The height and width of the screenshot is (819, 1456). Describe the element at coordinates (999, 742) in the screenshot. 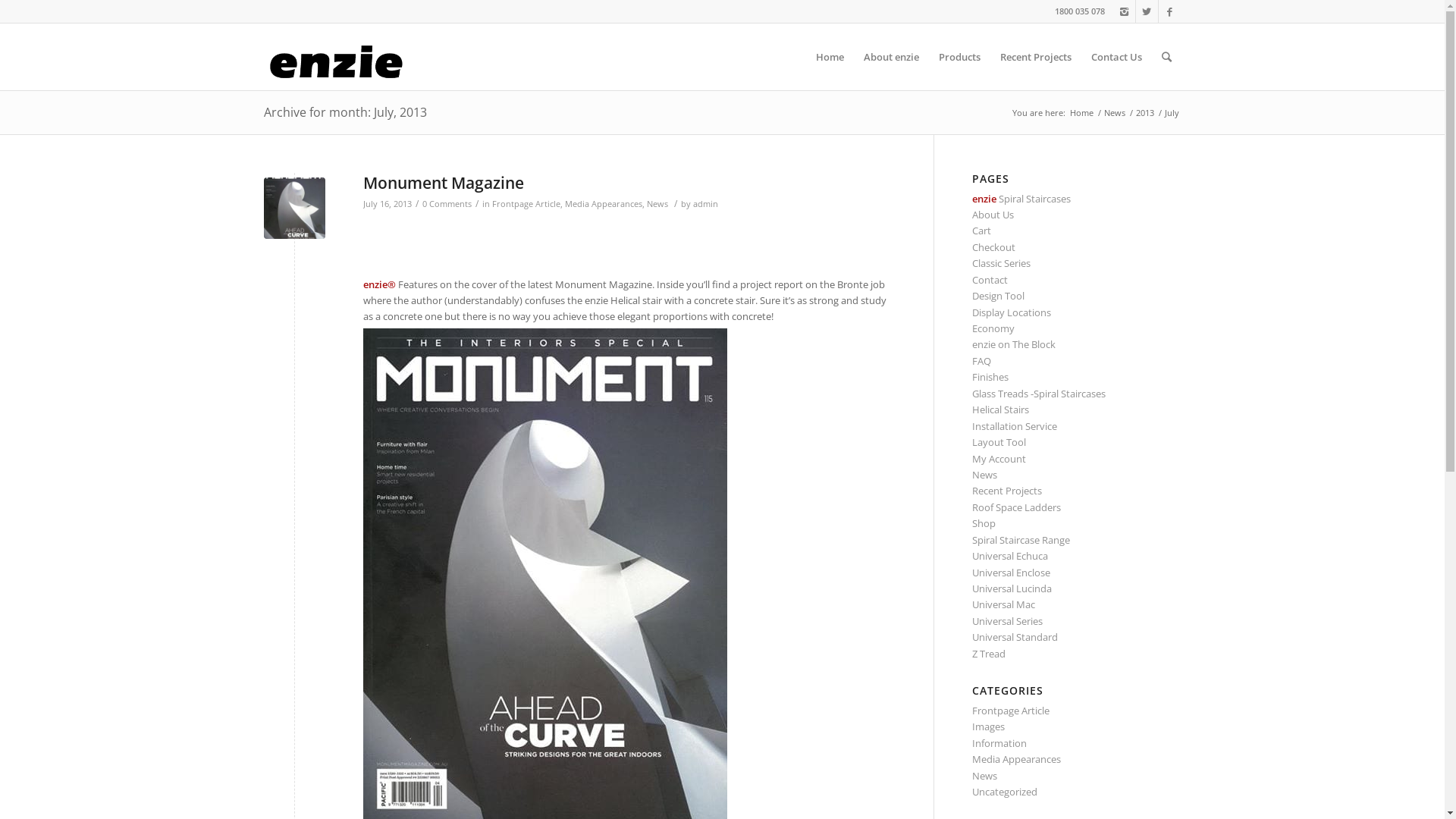

I see `'Information'` at that location.